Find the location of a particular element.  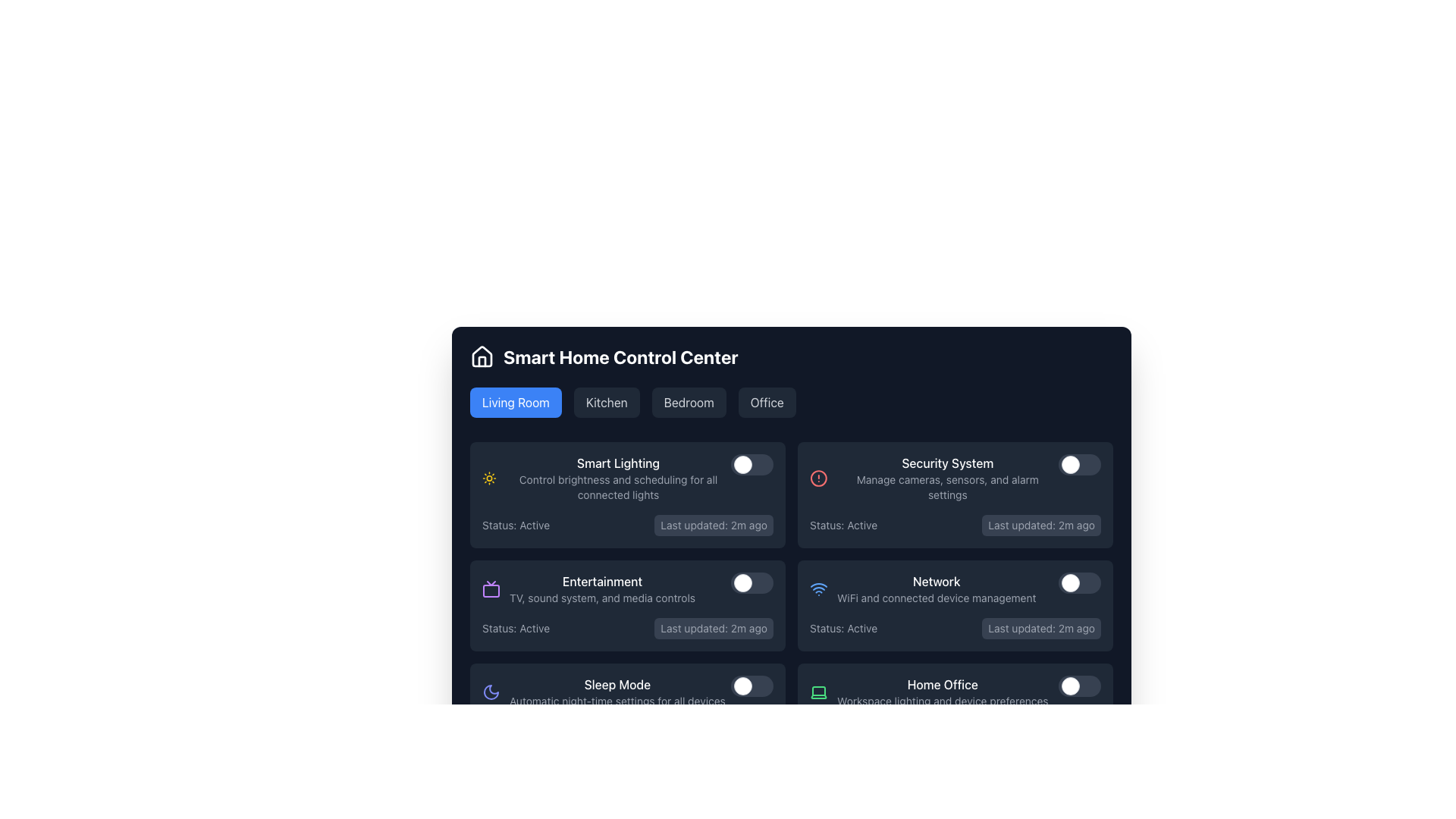

the text label displaying 'Last updated: 2m ago' with a dark gray background, located in the bottom-right corner of the 'Entertainment' card is located at coordinates (713, 629).